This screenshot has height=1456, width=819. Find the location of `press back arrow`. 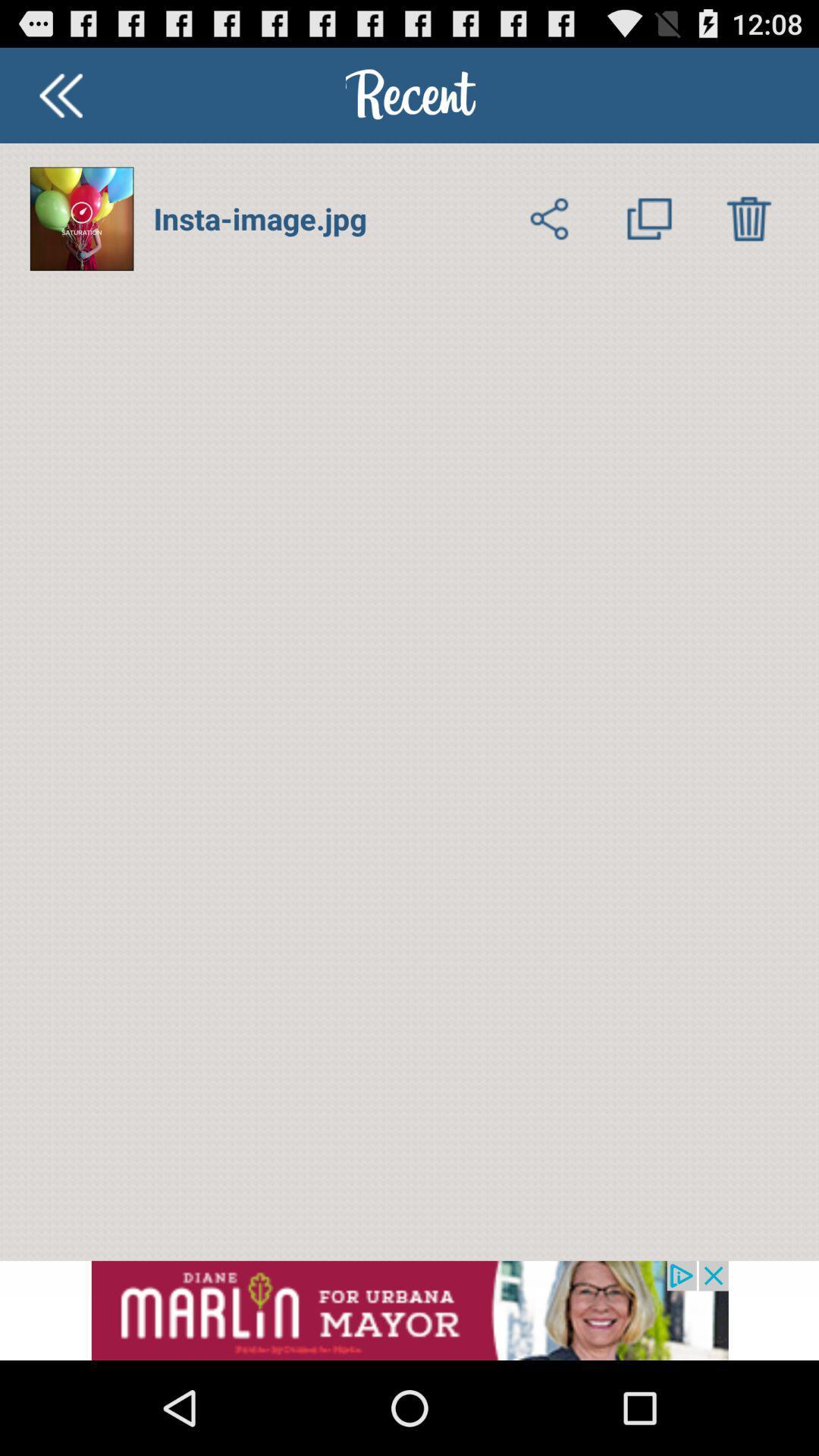

press back arrow is located at coordinates (60, 94).